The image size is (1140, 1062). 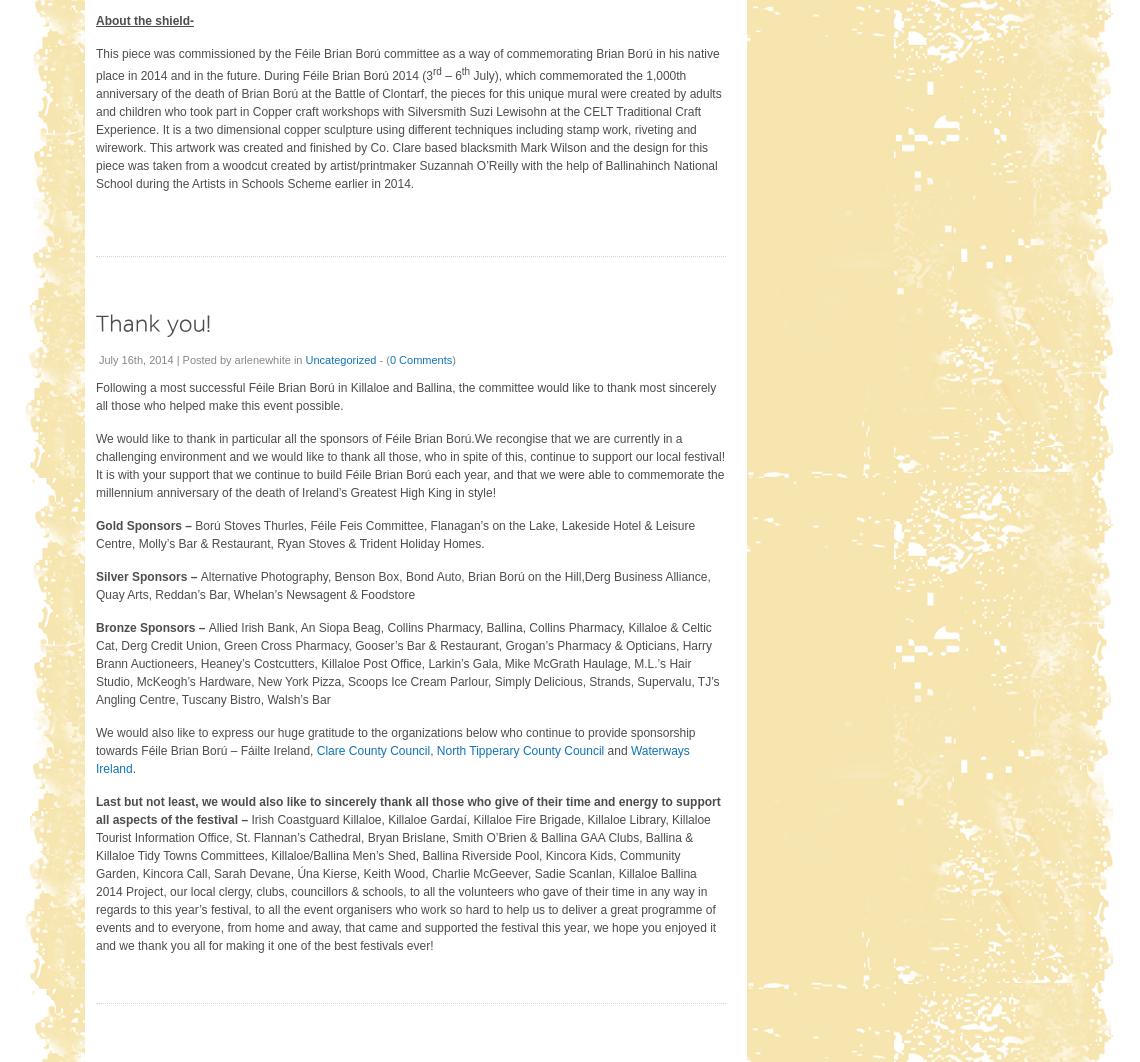 I want to click on 'th', so click(x=465, y=70).